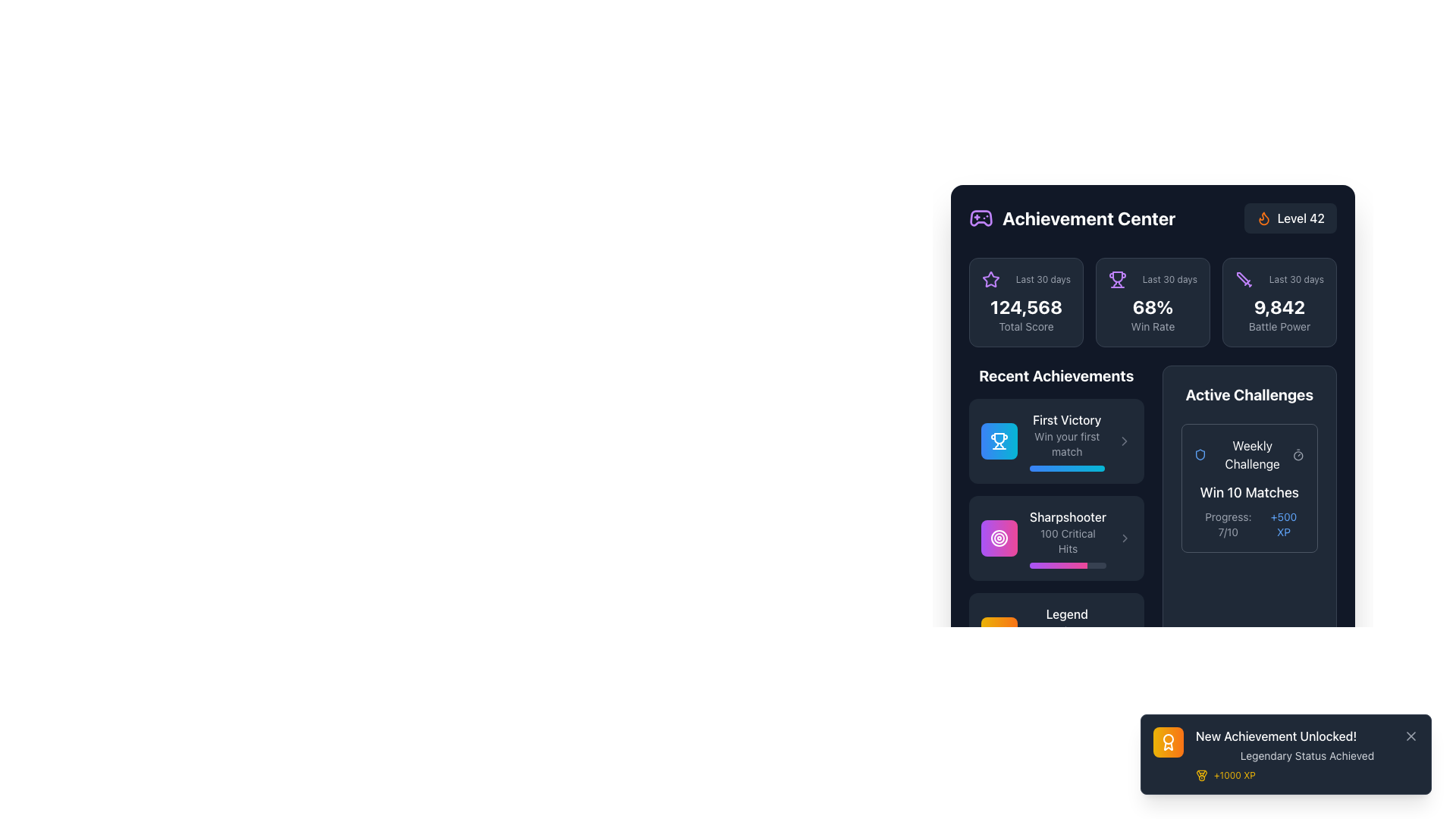 This screenshot has width=1456, height=819. I want to click on the middle Statistical Display Card that shows the win rate percentage within the last 30 days, located in the Achievement Center section, so click(1153, 302).